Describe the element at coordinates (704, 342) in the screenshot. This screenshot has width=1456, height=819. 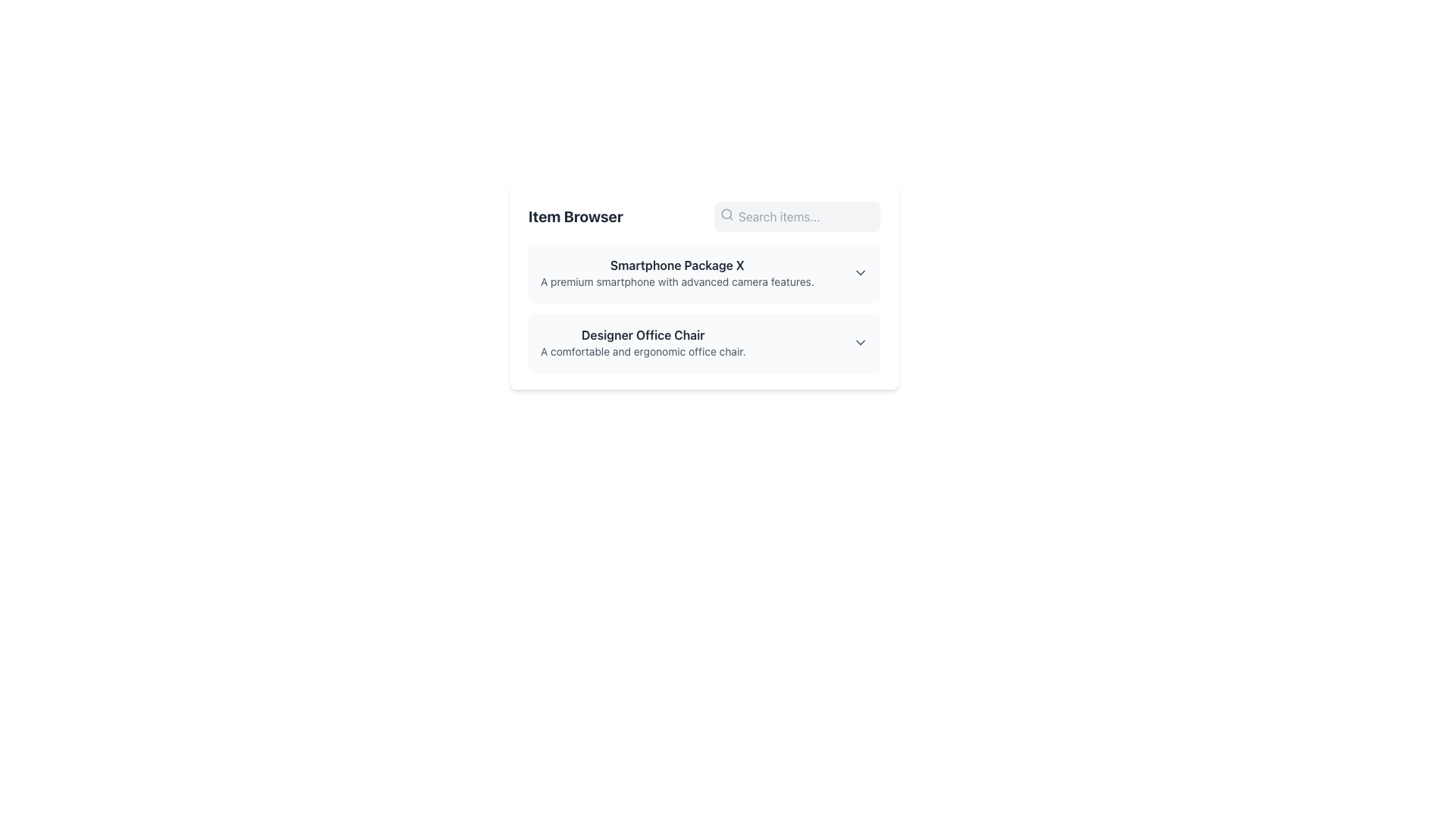
I see `the 'Designer Office Chair' item card located in the Item Browser` at that location.